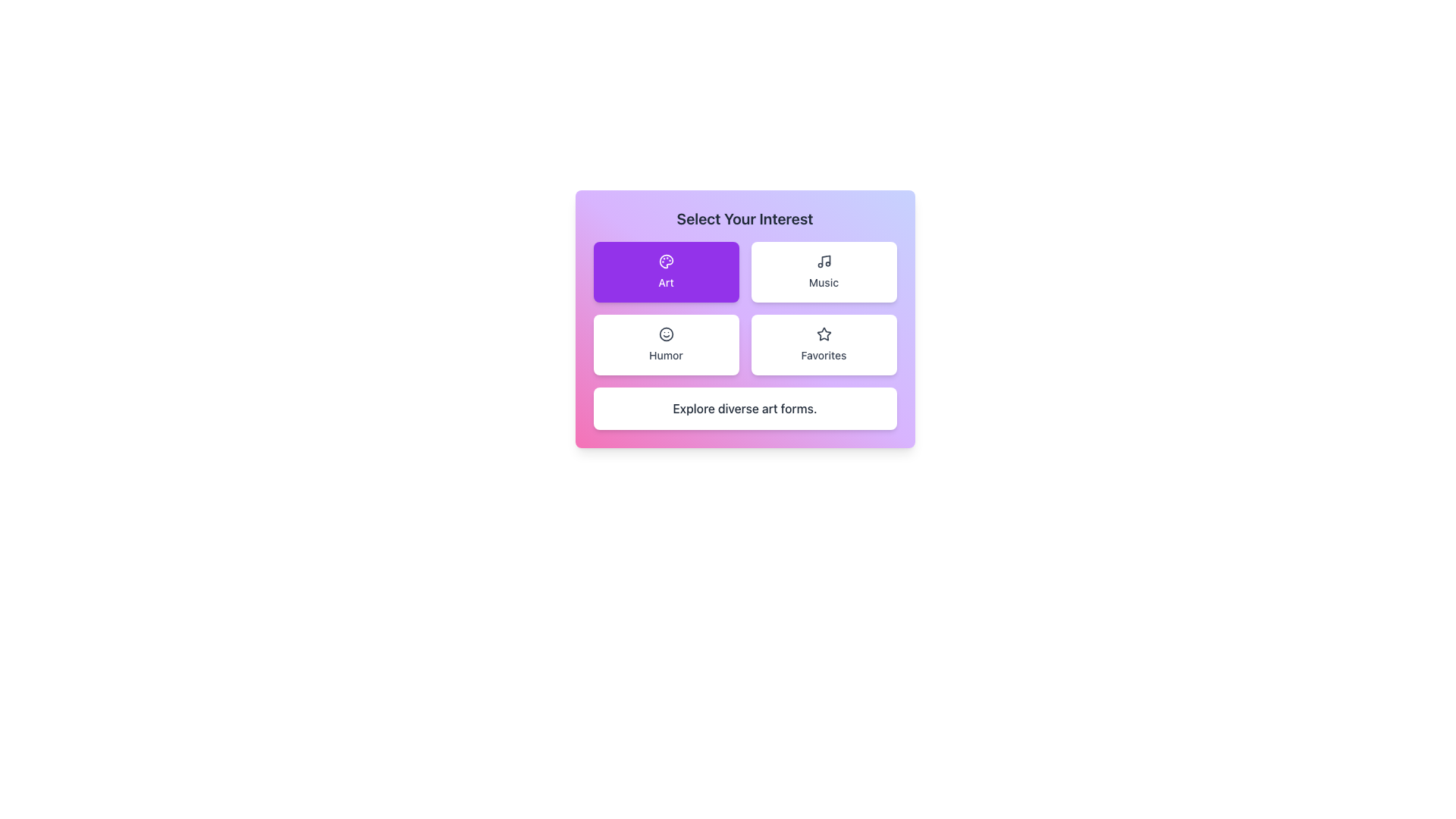 This screenshot has height=819, width=1456. Describe the element at coordinates (823, 345) in the screenshot. I see `the 'Favorites' button located at the bottom-right corner of the grid beneath the heading 'Select Your Interest' to trigger hover effects like scaling or shadows` at that location.